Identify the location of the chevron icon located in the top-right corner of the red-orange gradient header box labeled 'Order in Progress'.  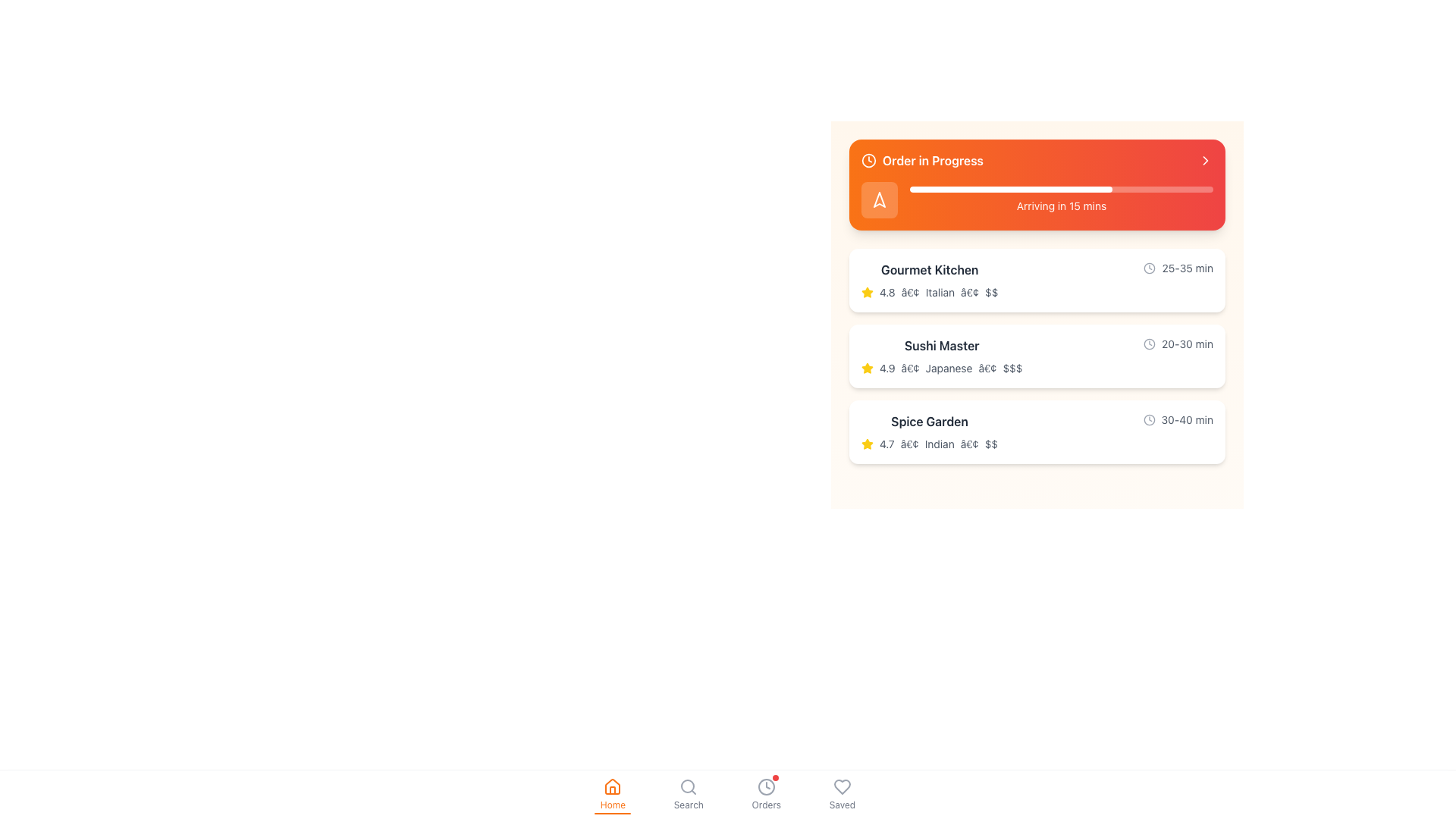
(1204, 161).